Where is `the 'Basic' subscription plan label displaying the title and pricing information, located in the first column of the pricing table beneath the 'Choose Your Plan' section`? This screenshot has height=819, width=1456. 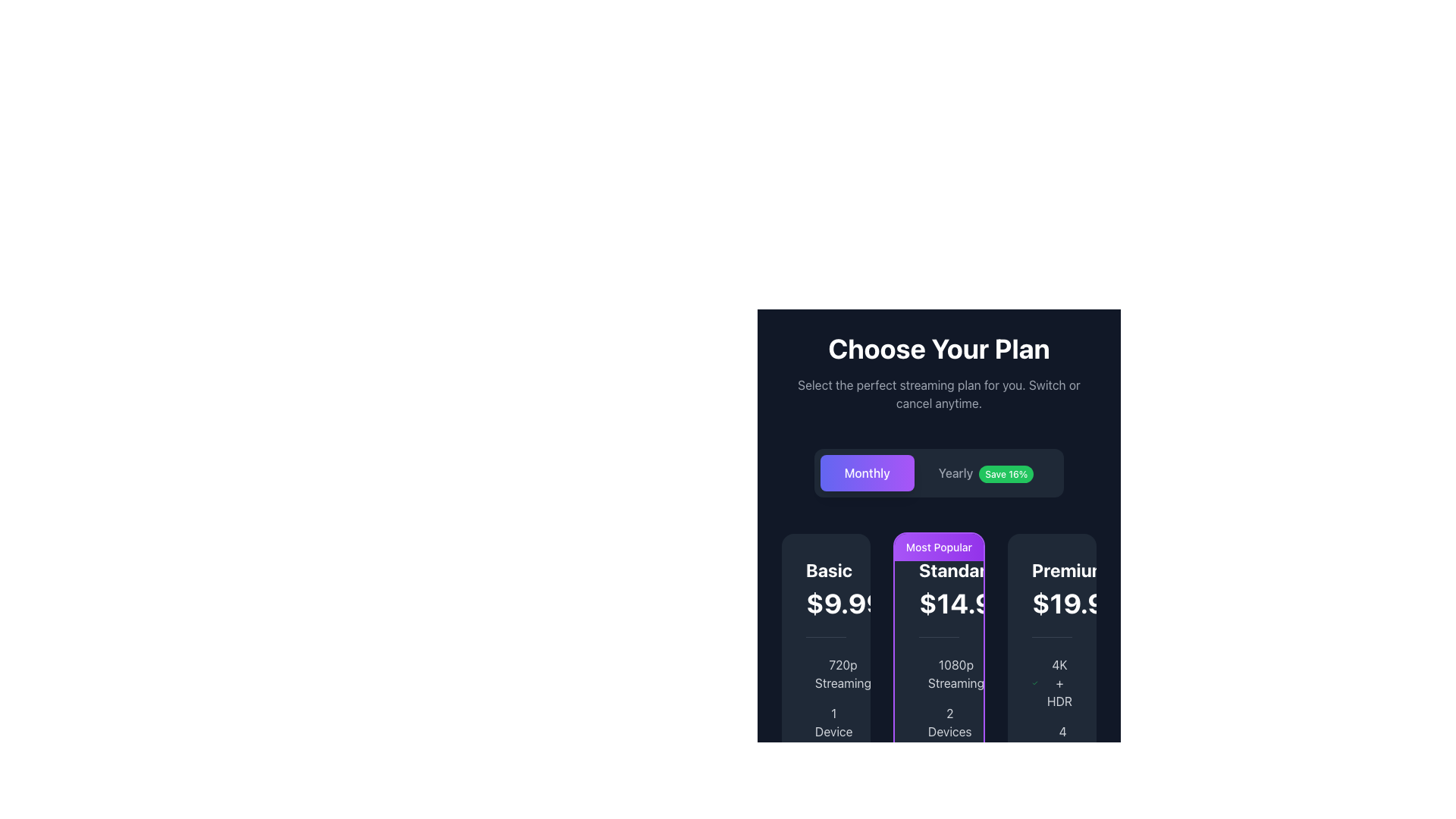 the 'Basic' subscription plan label displaying the title and pricing information, located in the first column of the pricing table beneath the 'Choose Your Plan' section is located at coordinates (825, 587).